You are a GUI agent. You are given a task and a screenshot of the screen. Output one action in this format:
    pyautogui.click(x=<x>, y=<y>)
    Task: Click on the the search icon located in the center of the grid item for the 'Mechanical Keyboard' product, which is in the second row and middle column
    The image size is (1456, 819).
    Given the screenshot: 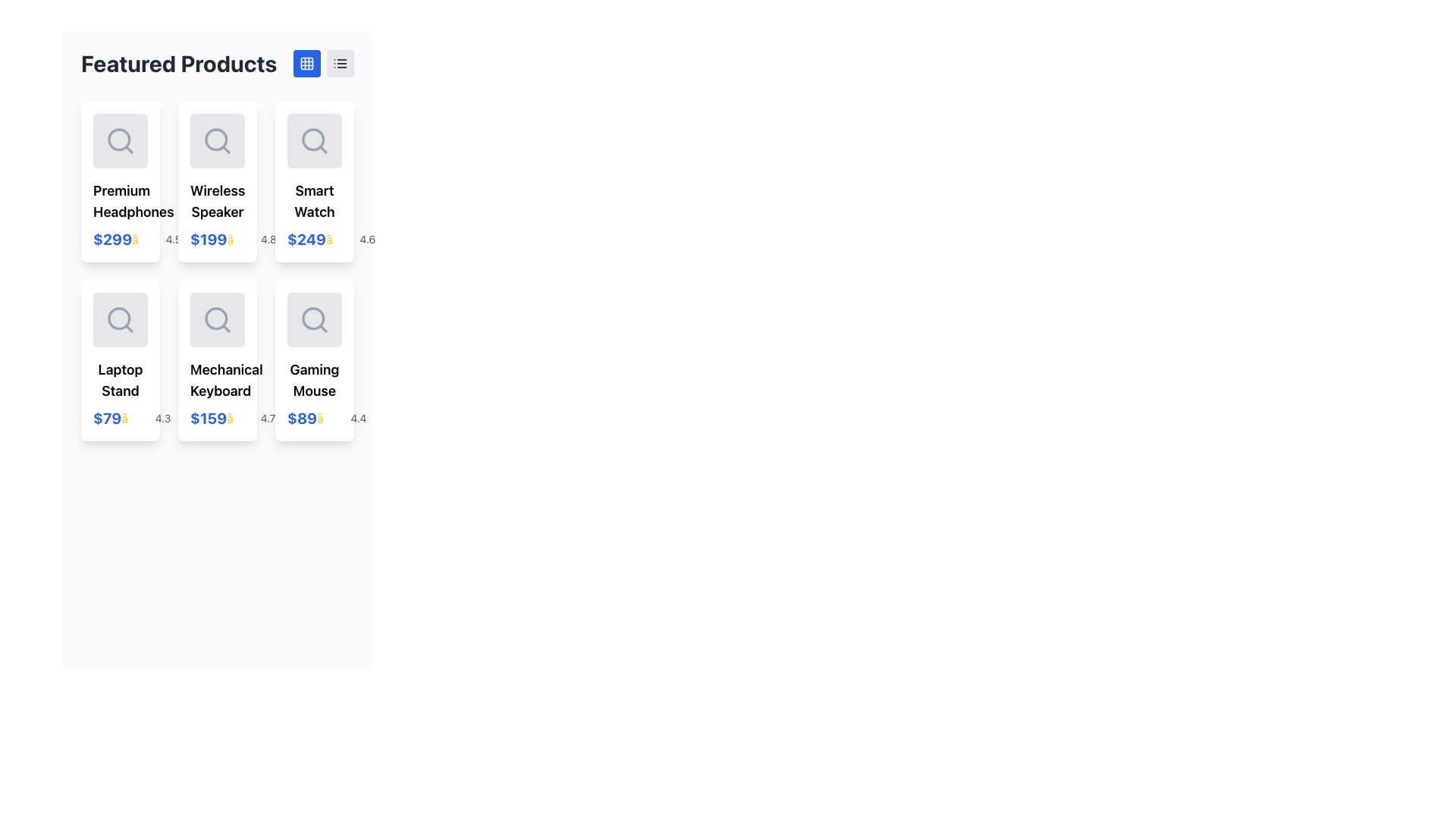 What is the action you would take?
    pyautogui.click(x=217, y=318)
    